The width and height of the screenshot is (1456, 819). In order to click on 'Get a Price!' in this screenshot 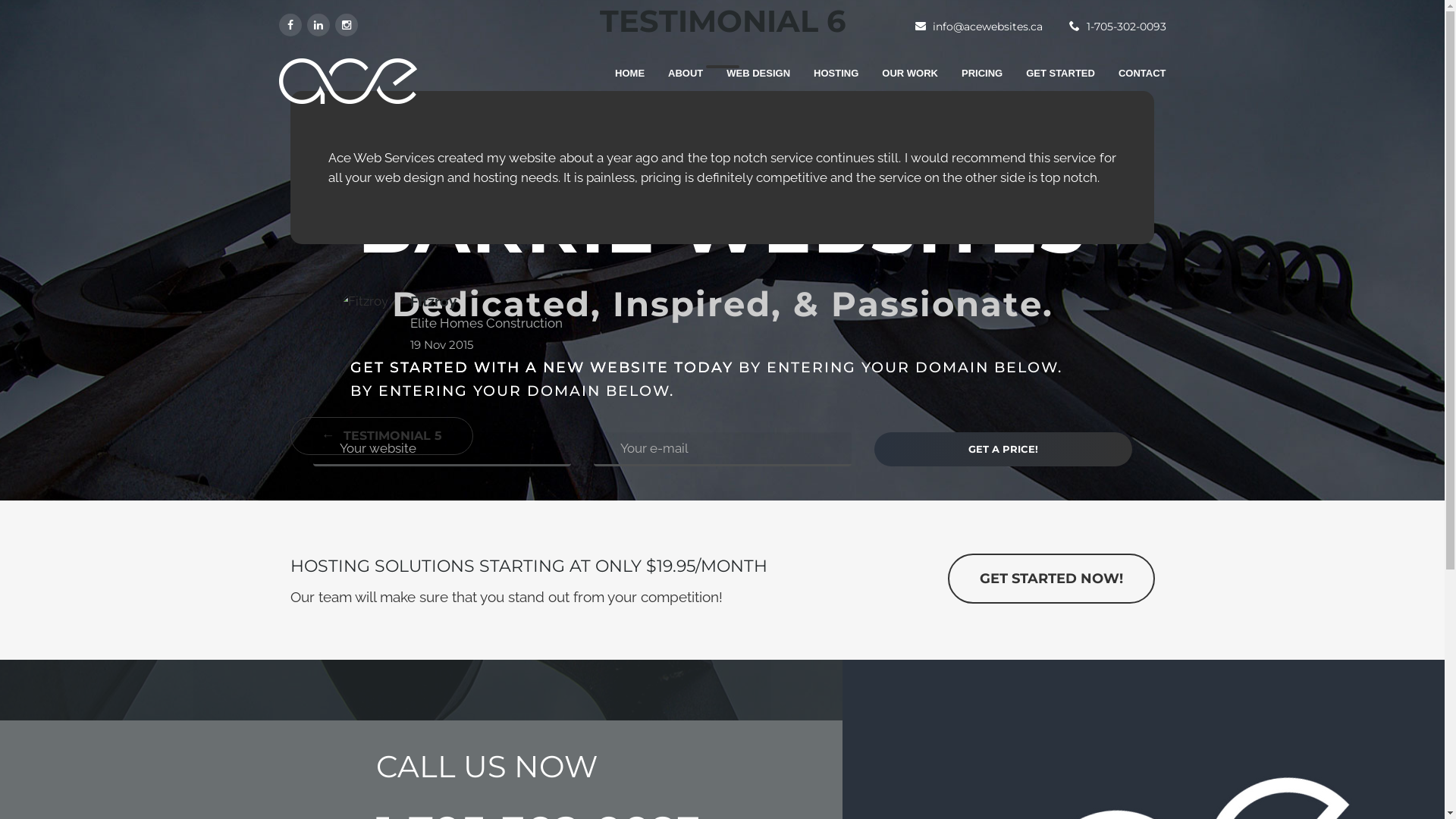, I will do `click(1002, 448)`.